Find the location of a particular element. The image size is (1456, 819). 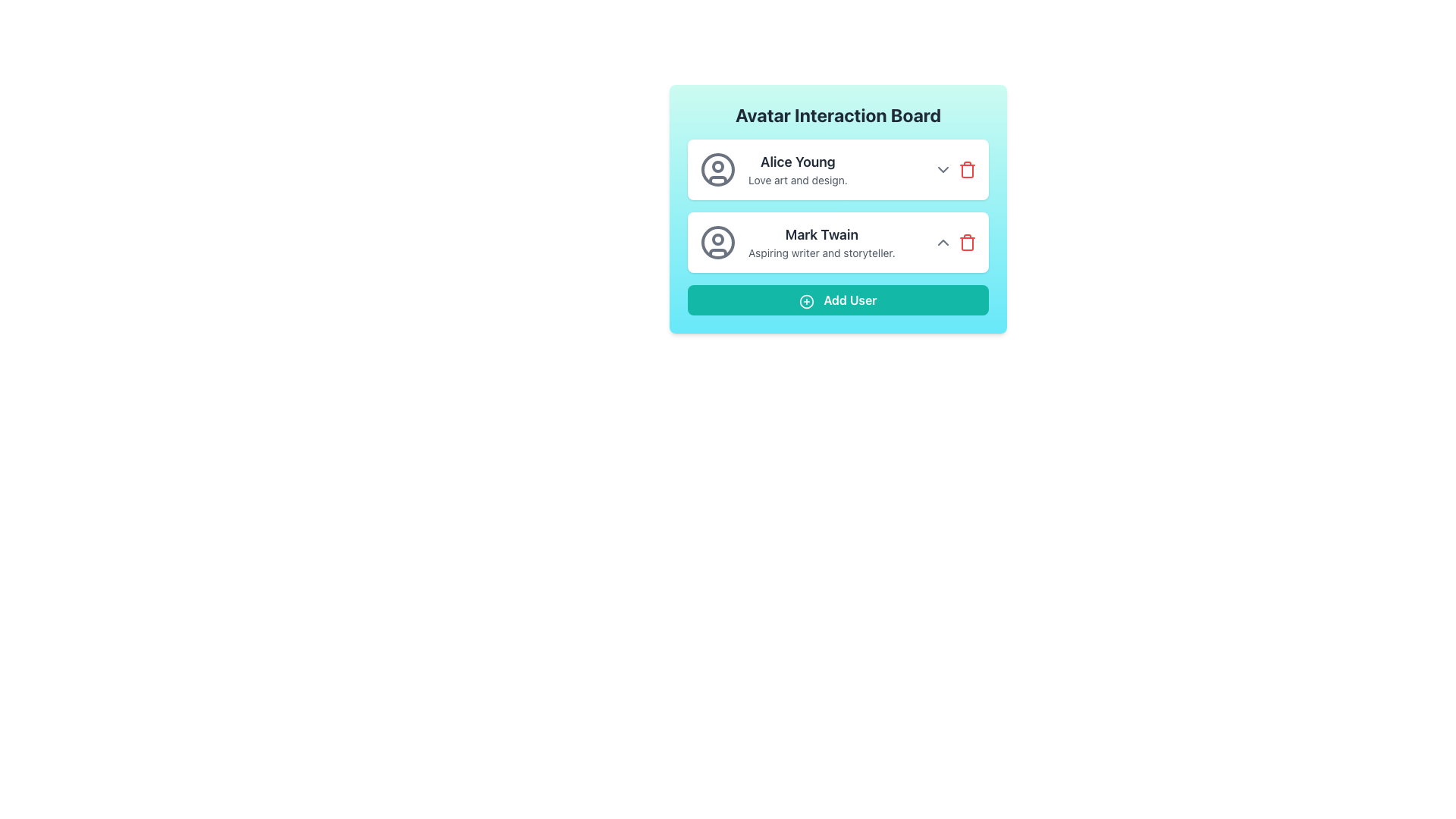

text block containing the user's name and descriptive information located in the first card of the 'Avatar Interaction Board', positioned to the right of the circular avatar icon is located at coordinates (797, 169).